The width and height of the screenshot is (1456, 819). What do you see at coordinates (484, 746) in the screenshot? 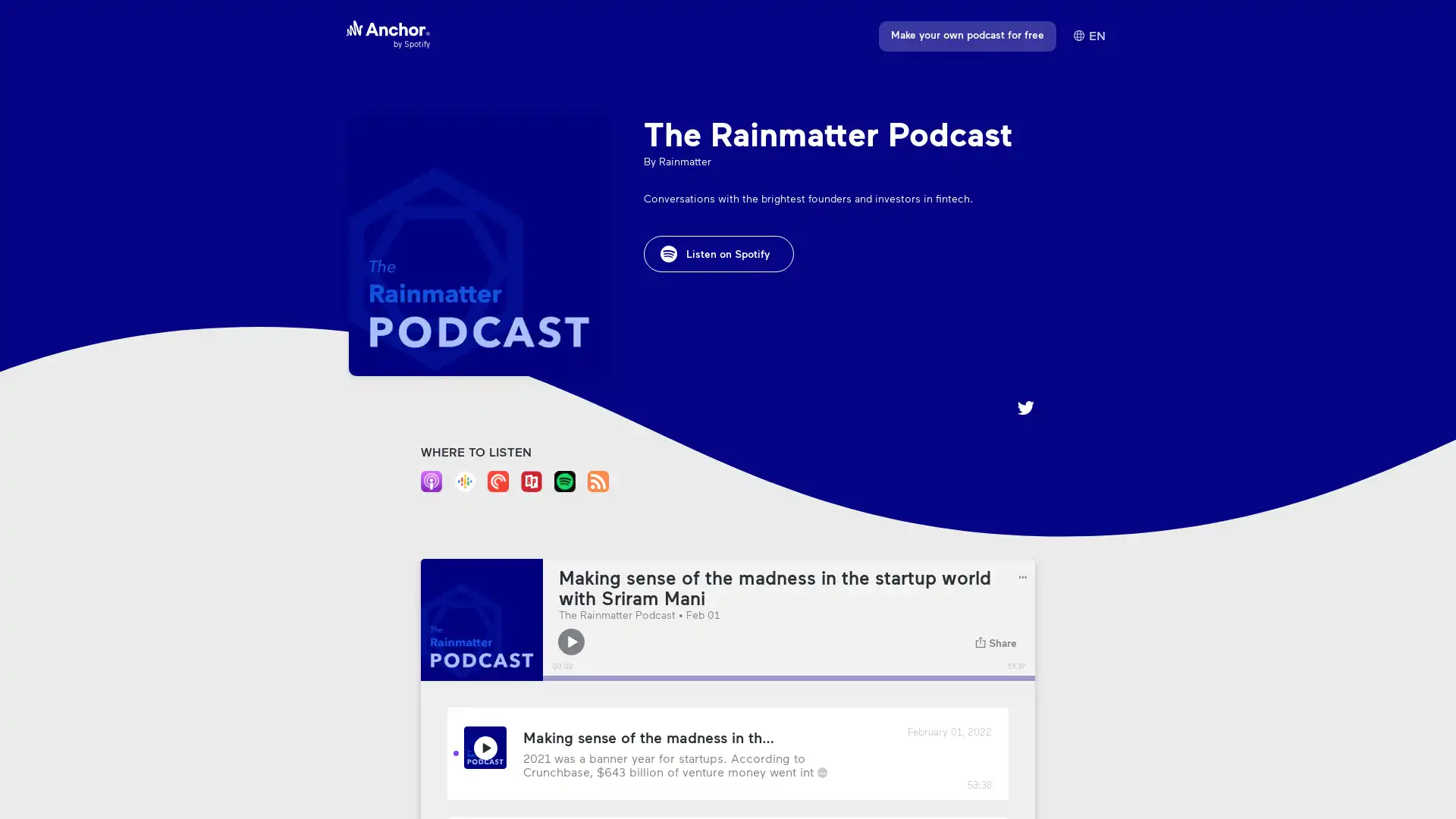
I see `Play episode: Making sense of the madness in the startup world with Sriram Mani` at bounding box center [484, 746].